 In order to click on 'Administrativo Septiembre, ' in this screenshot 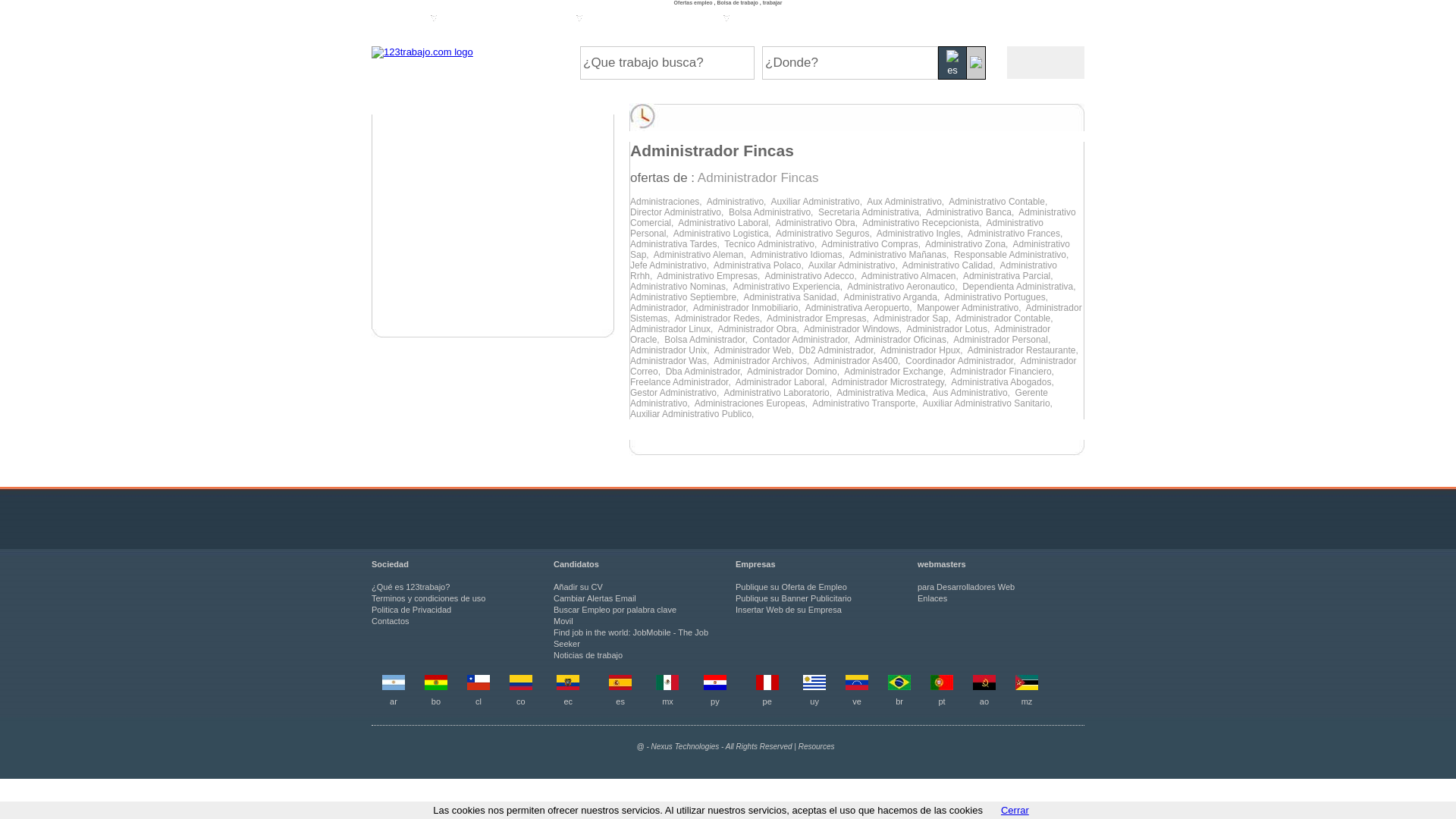, I will do `click(686, 297)`.